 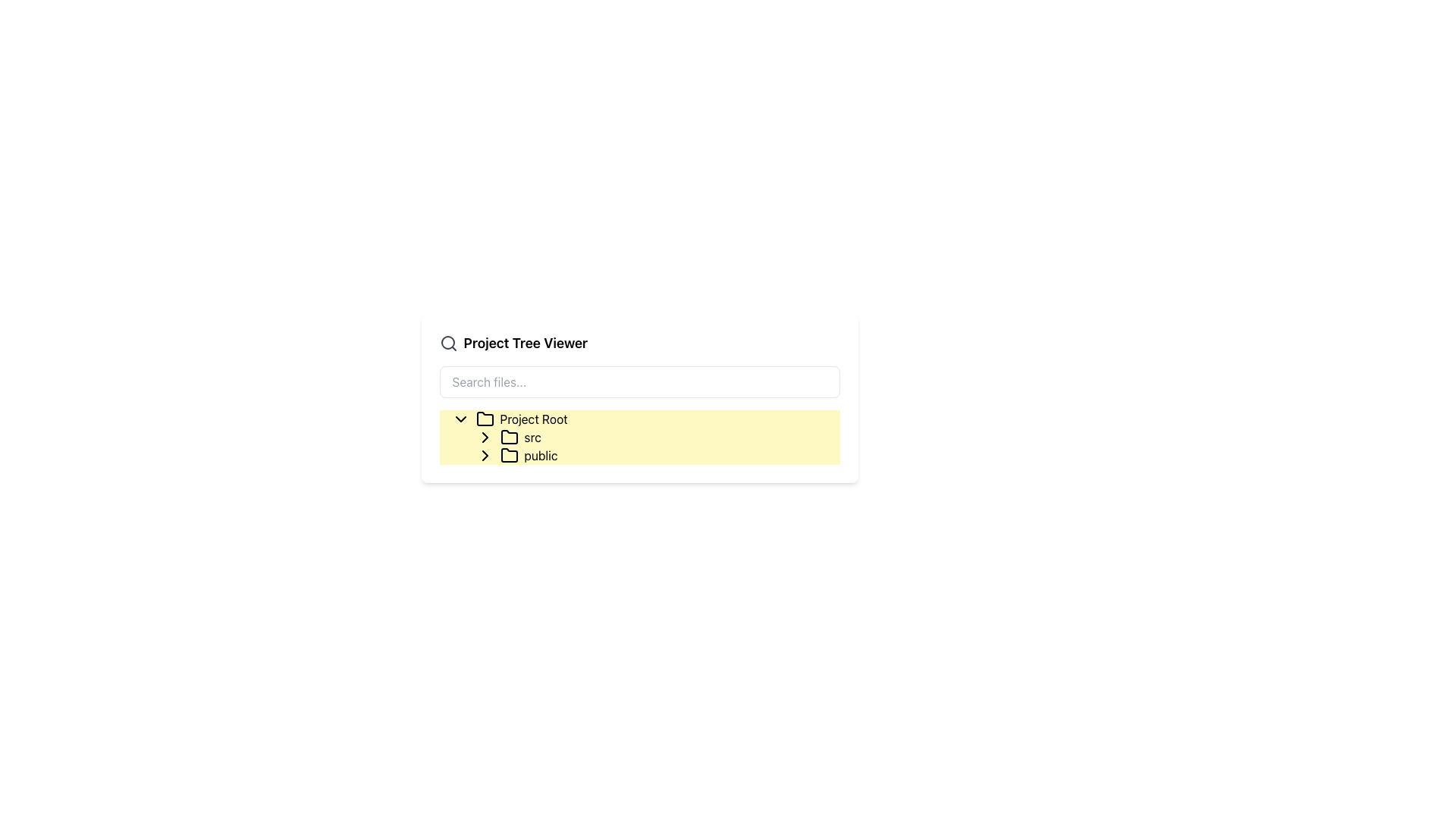 I want to click on the downward-pointing chevron toggle icon located to the left of the 'Project Root' text label, so click(x=460, y=419).